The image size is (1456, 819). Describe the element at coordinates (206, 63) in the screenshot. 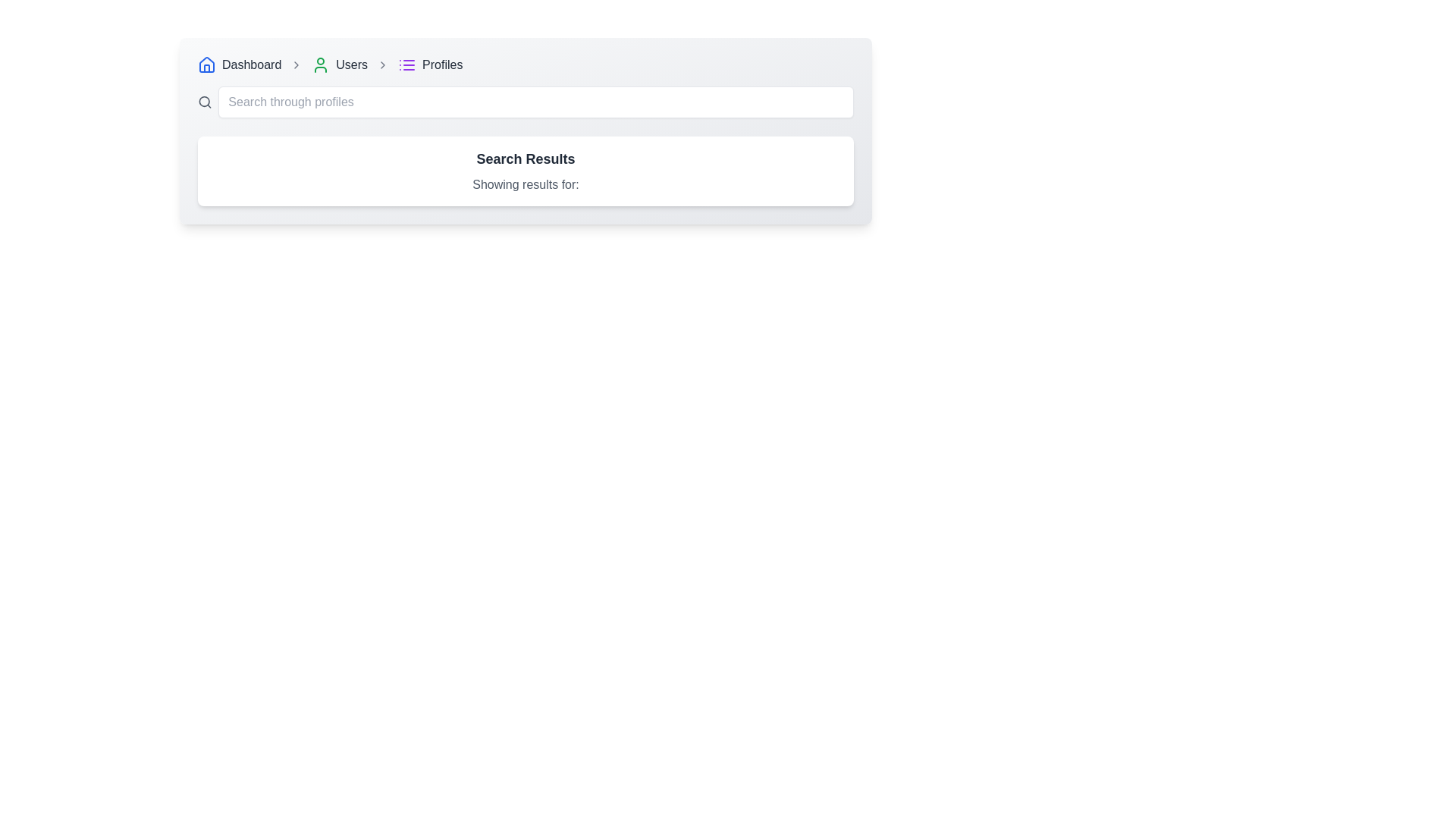

I see `the blue house icon located in the top-left corner of the interface, next to the breadcrumb navigation bar` at that location.